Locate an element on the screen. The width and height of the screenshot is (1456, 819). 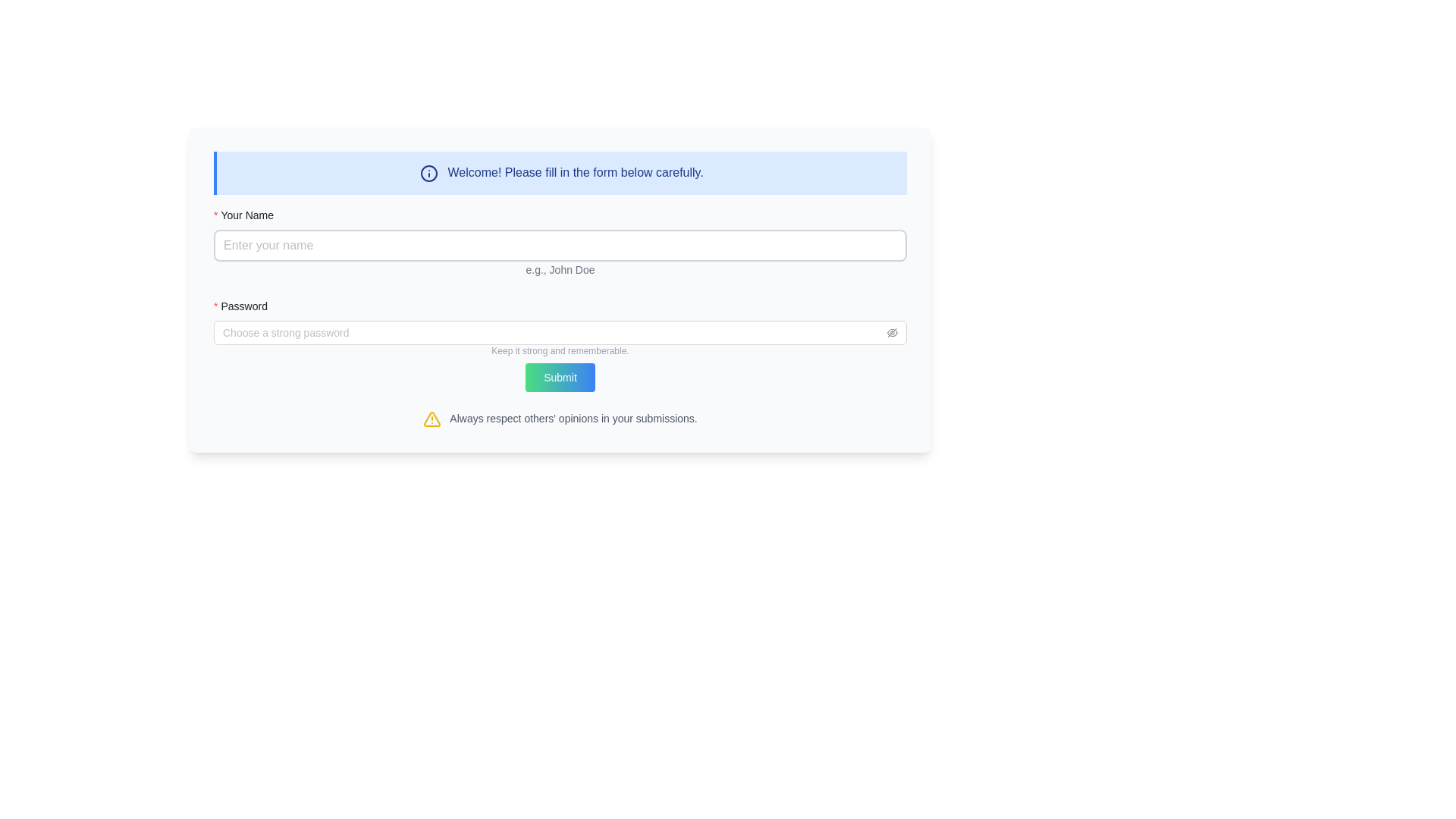
the instructional text or placeholder example located below the 'Your Name' text input field, which provides formatting guidance for the name input is located at coordinates (560, 268).